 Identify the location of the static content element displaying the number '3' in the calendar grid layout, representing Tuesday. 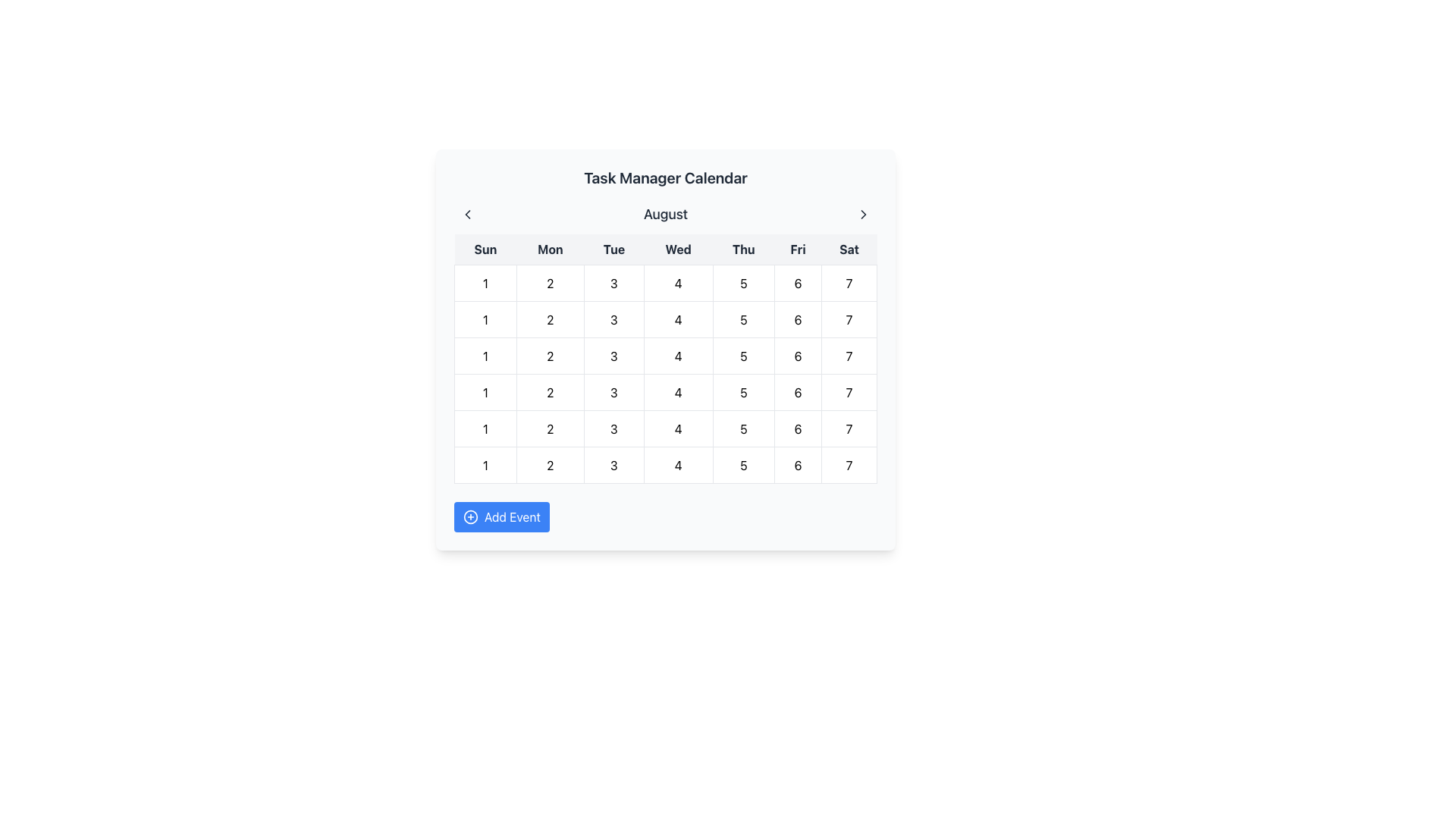
(613, 356).